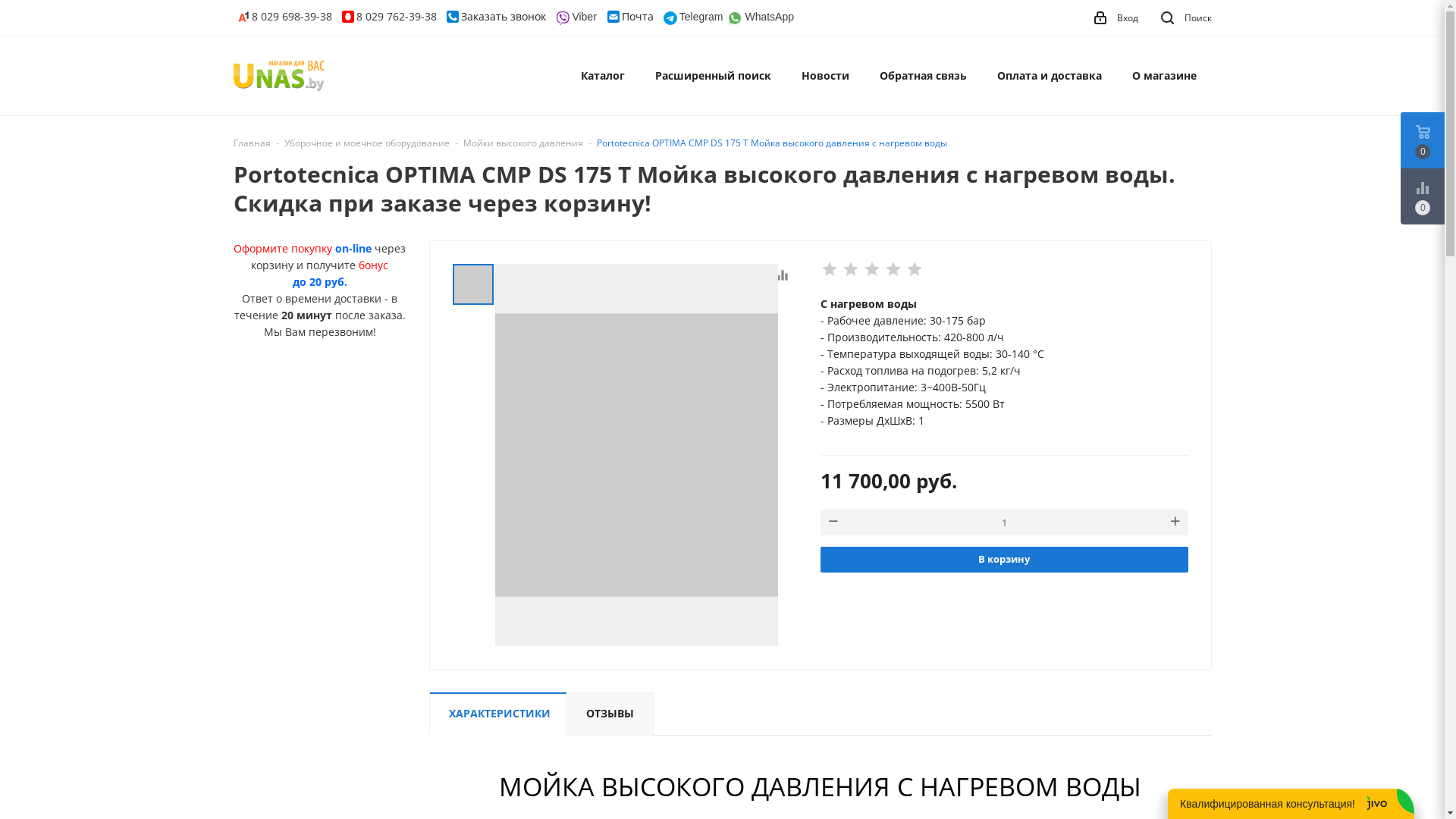 This screenshot has width=1456, height=819. I want to click on '8 029 698-39-38', so click(284, 17).